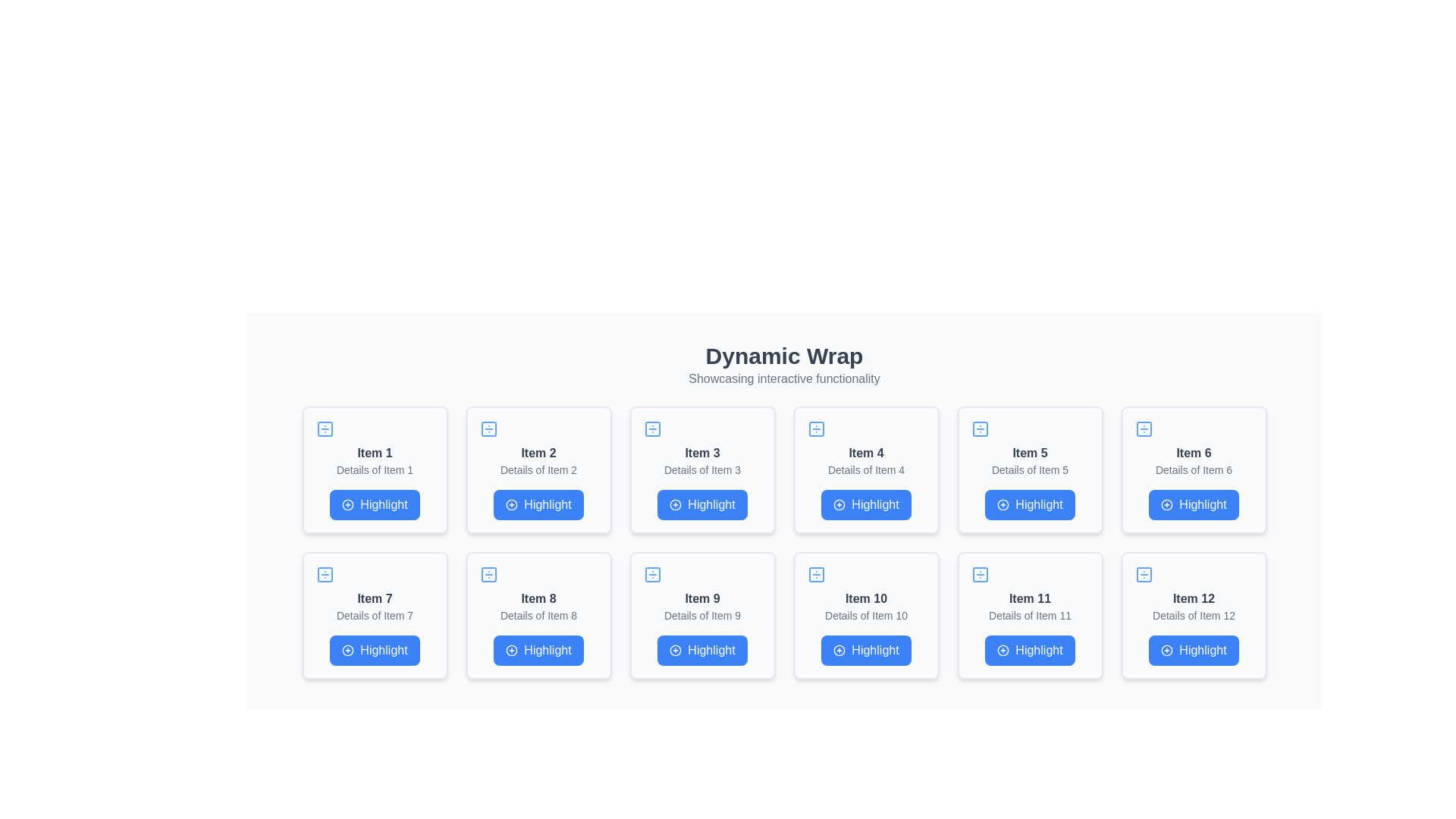  Describe the element at coordinates (866, 452) in the screenshot. I see `text label that serves as the title for 'Item 4' located in the second row and fourth column of the grid layout, positioned at the top of the card` at that location.